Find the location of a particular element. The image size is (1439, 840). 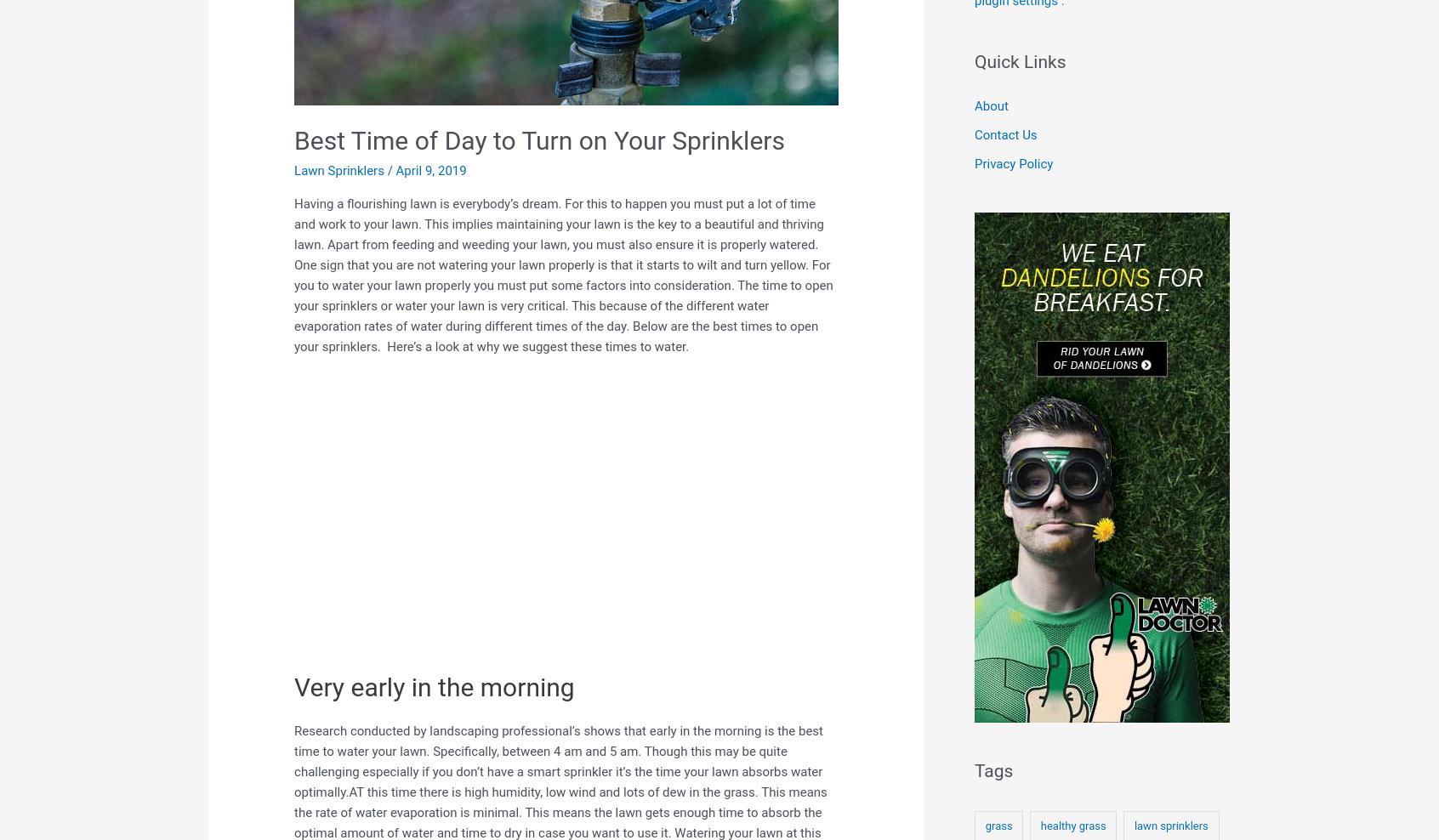

'Very early in the morning' is located at coordinates (434, 687).